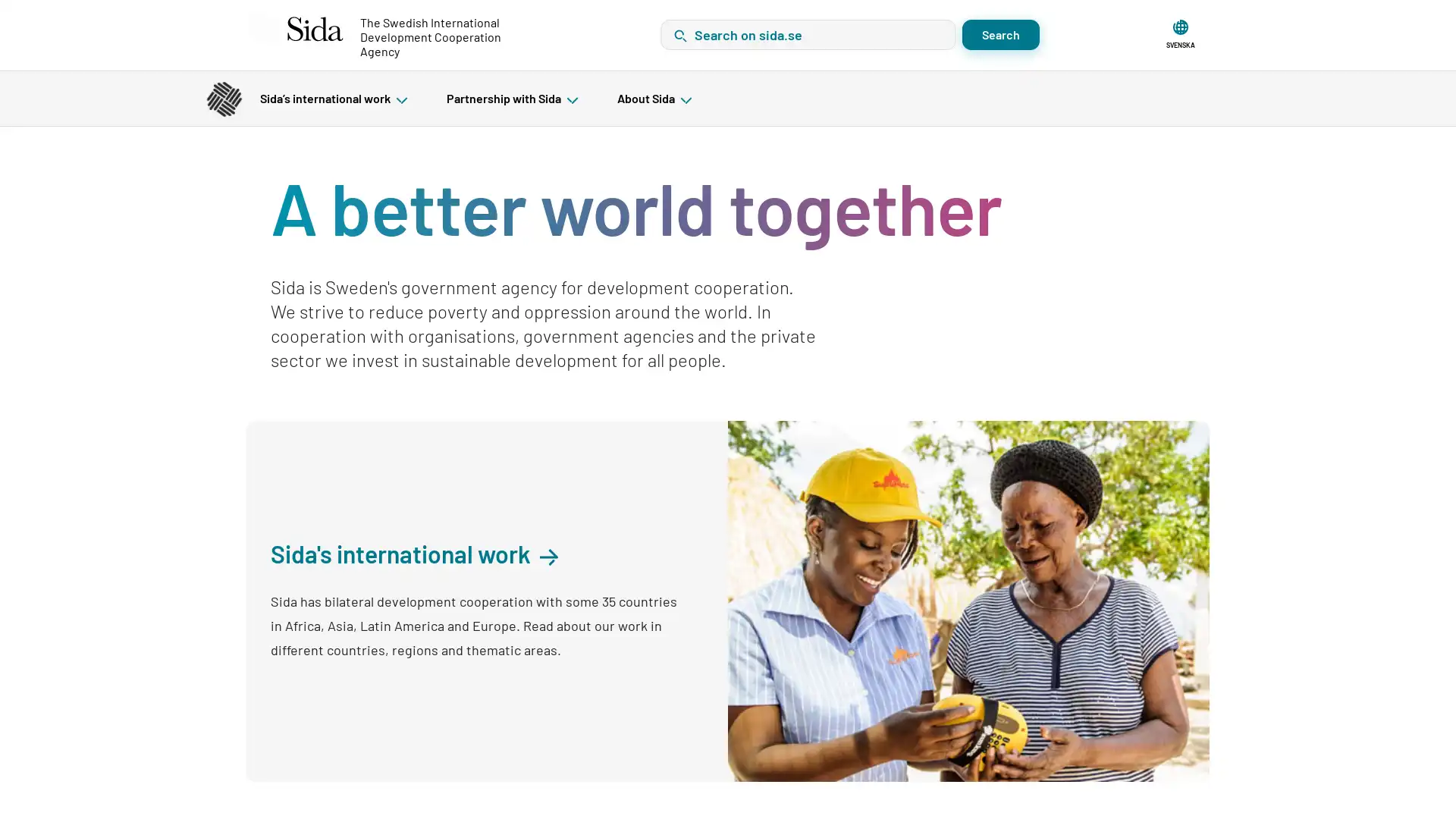 This screenshot has width=1456, height=819. What do you see at coordinates (1000, 34) in the screenshot?
I see `Search` at bounding box center [1000, 34].